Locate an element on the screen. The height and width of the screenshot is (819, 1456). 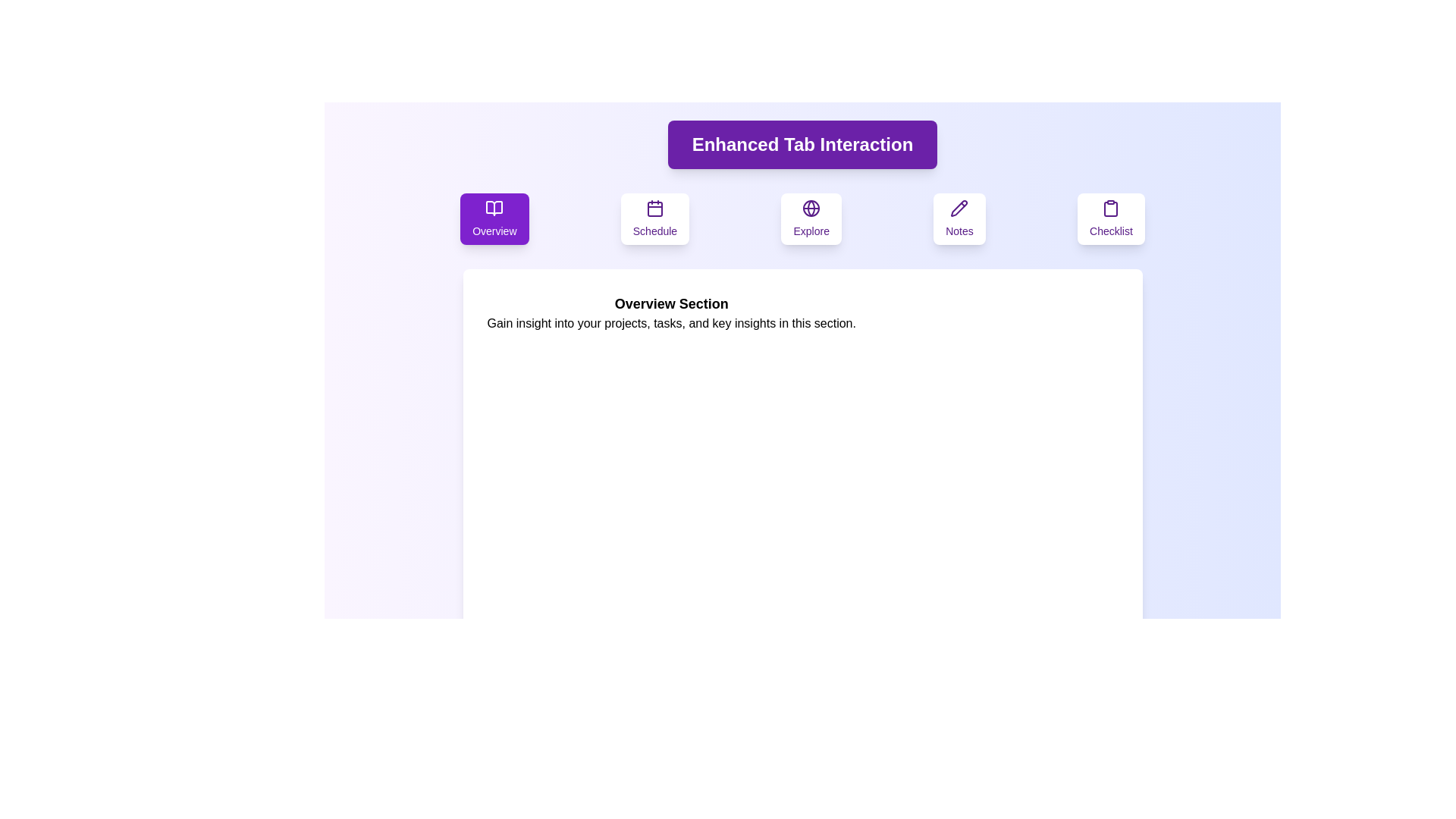
the static text button labeled 'Enhanced Tab Interaction' with a deep purple background and white text, which serves as the primary title for this section is located at coordinates (802, 145).